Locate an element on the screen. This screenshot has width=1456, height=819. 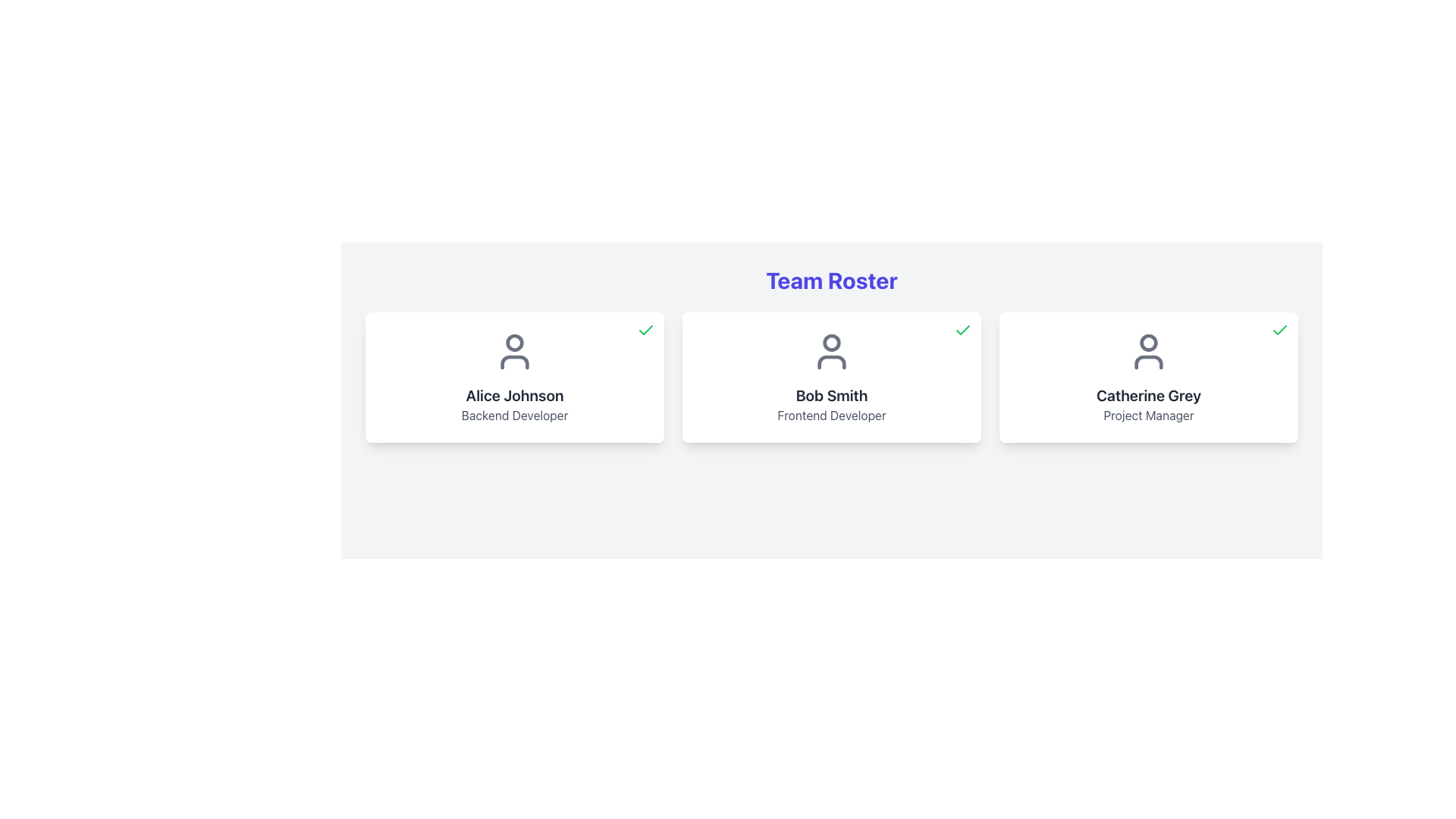
the status indicator icon located at the top-right corner of the Catherine Grey profile card, which is the rightmost of three similar cards is located at coordinates (1279, 329).